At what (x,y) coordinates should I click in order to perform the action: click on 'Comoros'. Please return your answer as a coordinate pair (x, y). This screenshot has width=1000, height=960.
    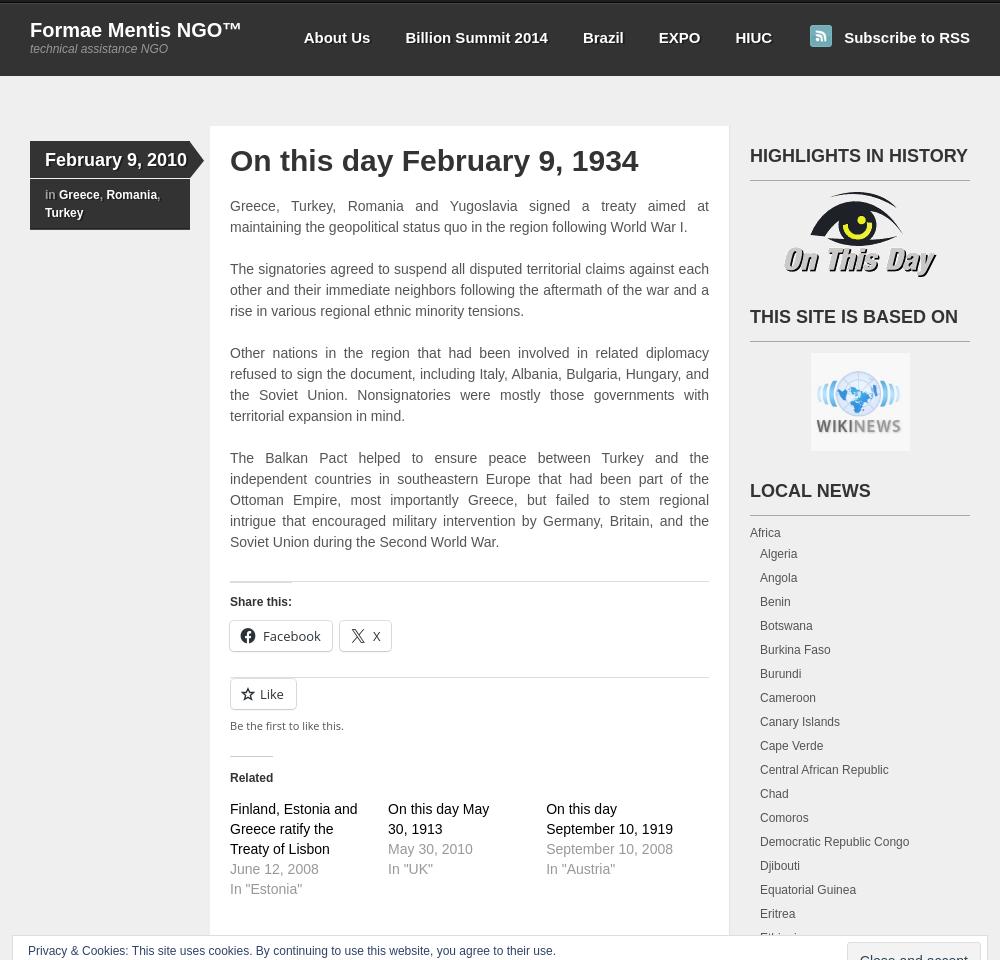
    Looking at the image, I should click on (784, 818).